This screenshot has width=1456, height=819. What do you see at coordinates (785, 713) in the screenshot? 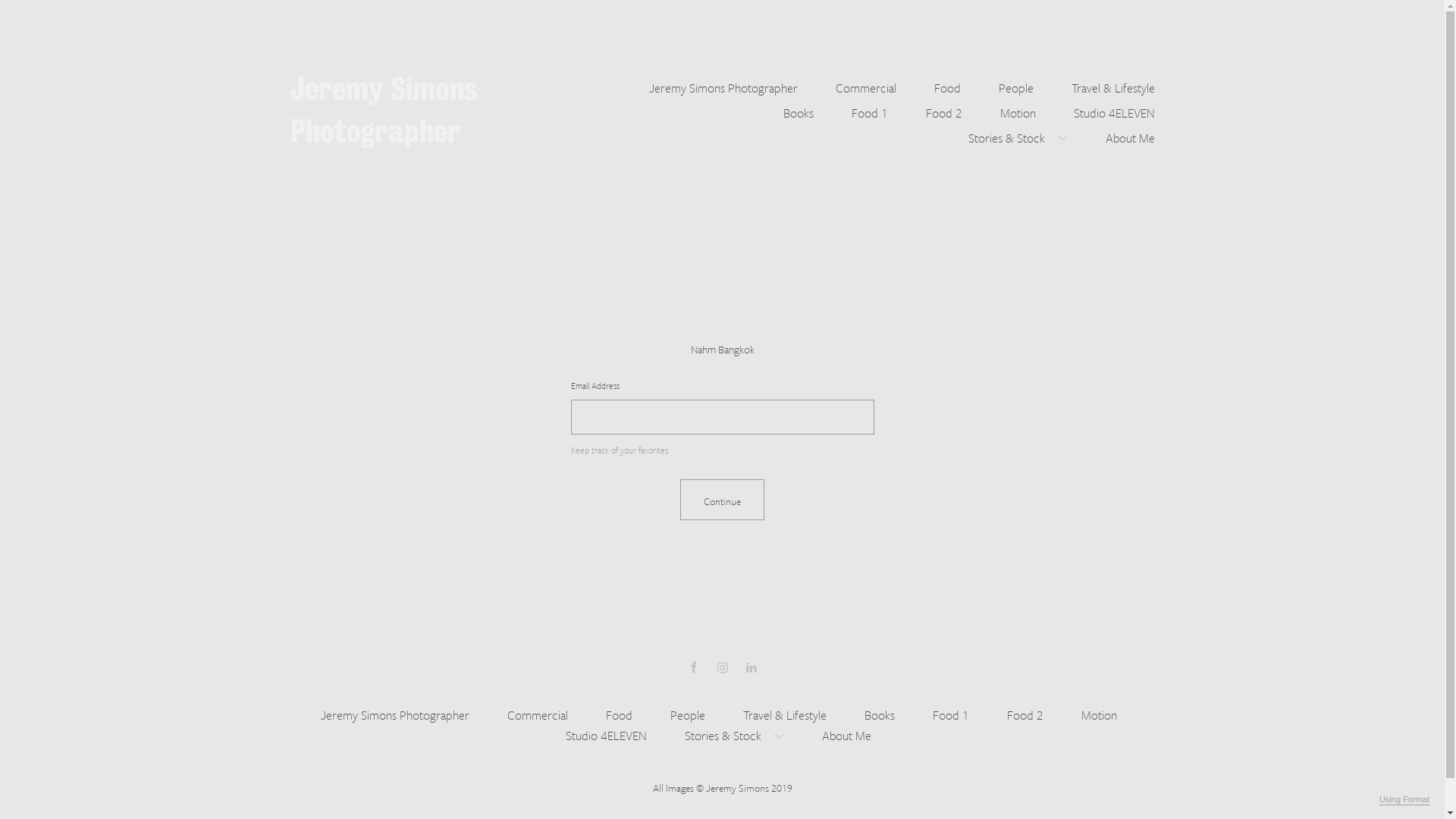
I see `'Travel & Lifestyle'` at bounding box center [785, 713].